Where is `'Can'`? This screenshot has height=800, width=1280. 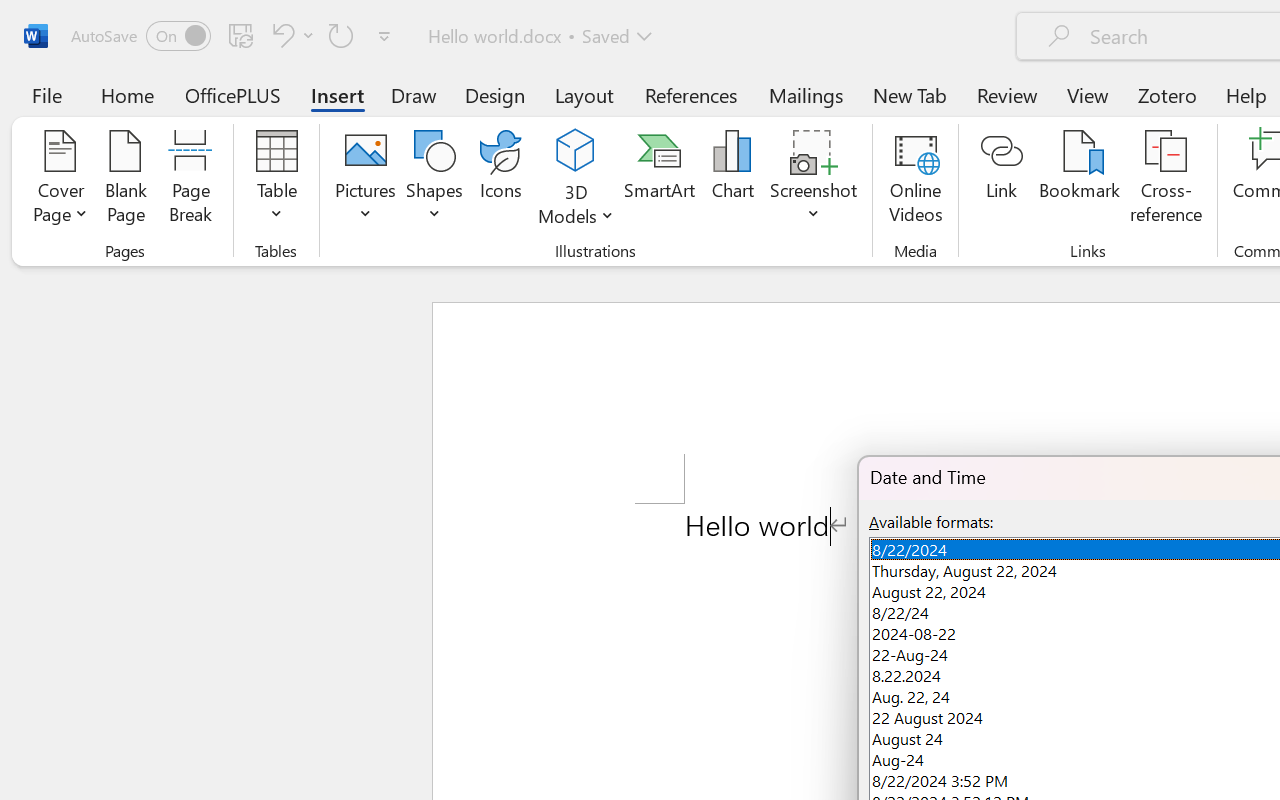 'Can' is located at coordinates (289, 34).